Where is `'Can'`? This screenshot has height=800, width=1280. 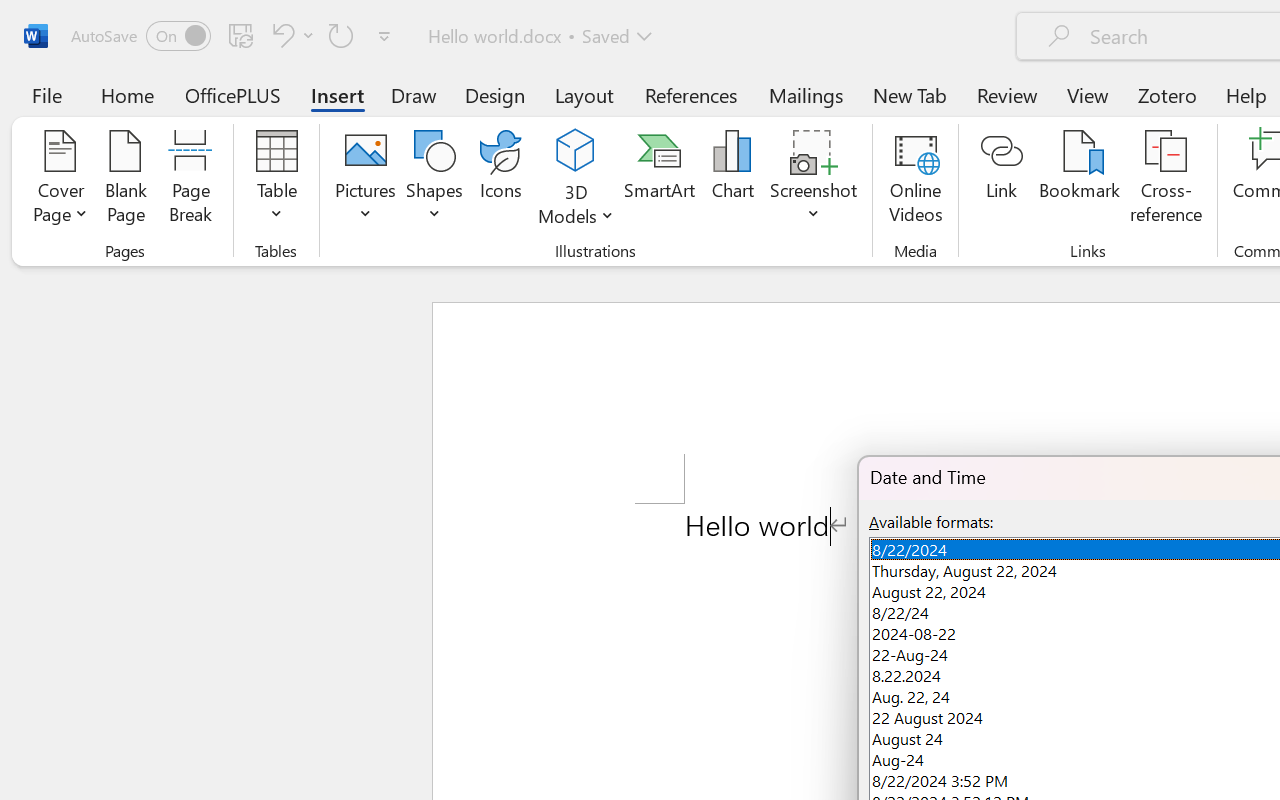 'Can' is located at coordinates (289, 34).